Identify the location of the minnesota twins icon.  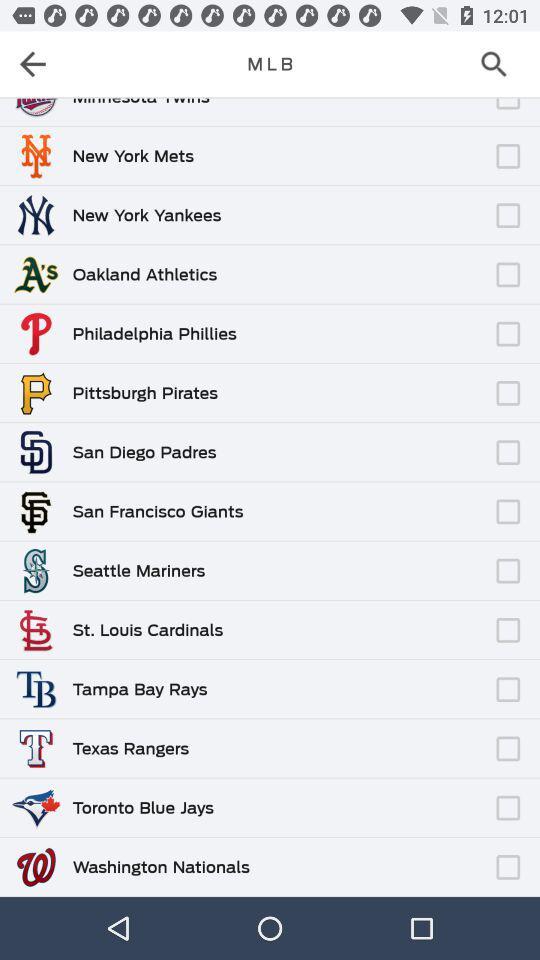
(140, 102).